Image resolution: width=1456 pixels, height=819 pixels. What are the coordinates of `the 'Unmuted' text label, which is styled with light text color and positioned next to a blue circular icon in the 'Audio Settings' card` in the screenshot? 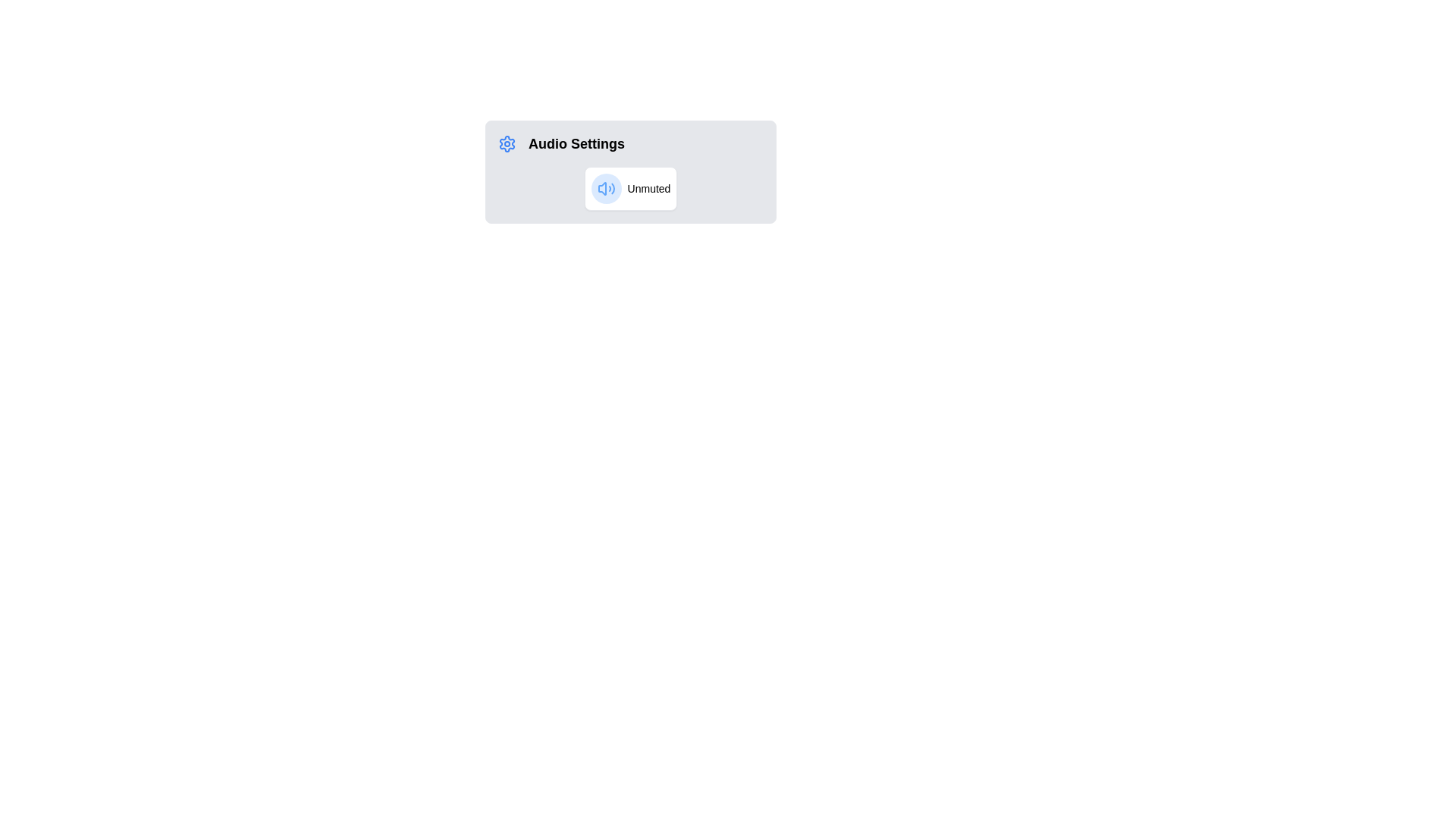 It's located at (648, 188).